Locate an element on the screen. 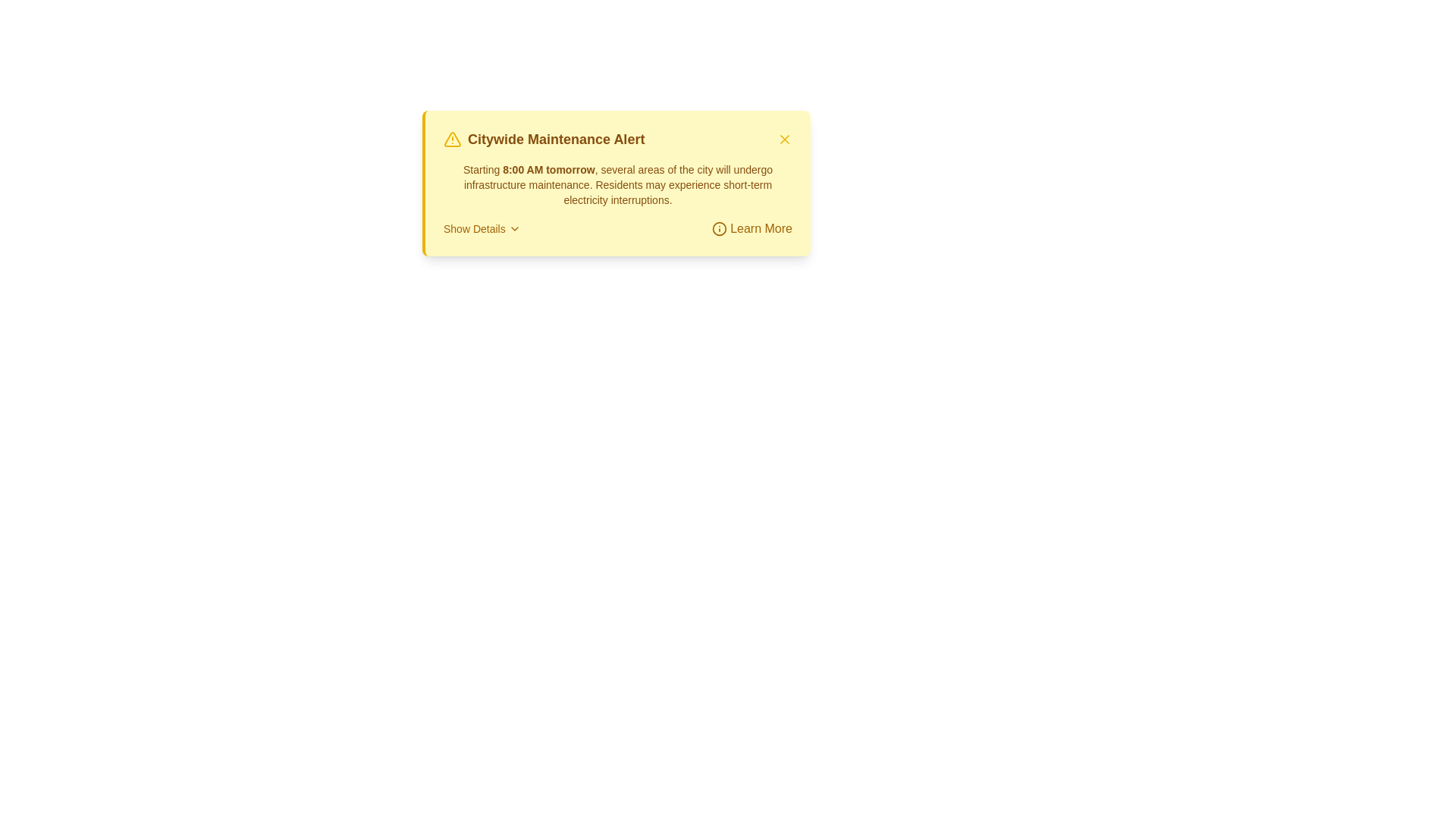  the text element displaying 'Citywide Maintenance Alert' which is styled in a bold, large font and prominently colored in yellowish-brown, located within a light yellow contextual information box is located at coordinates (555, 140).